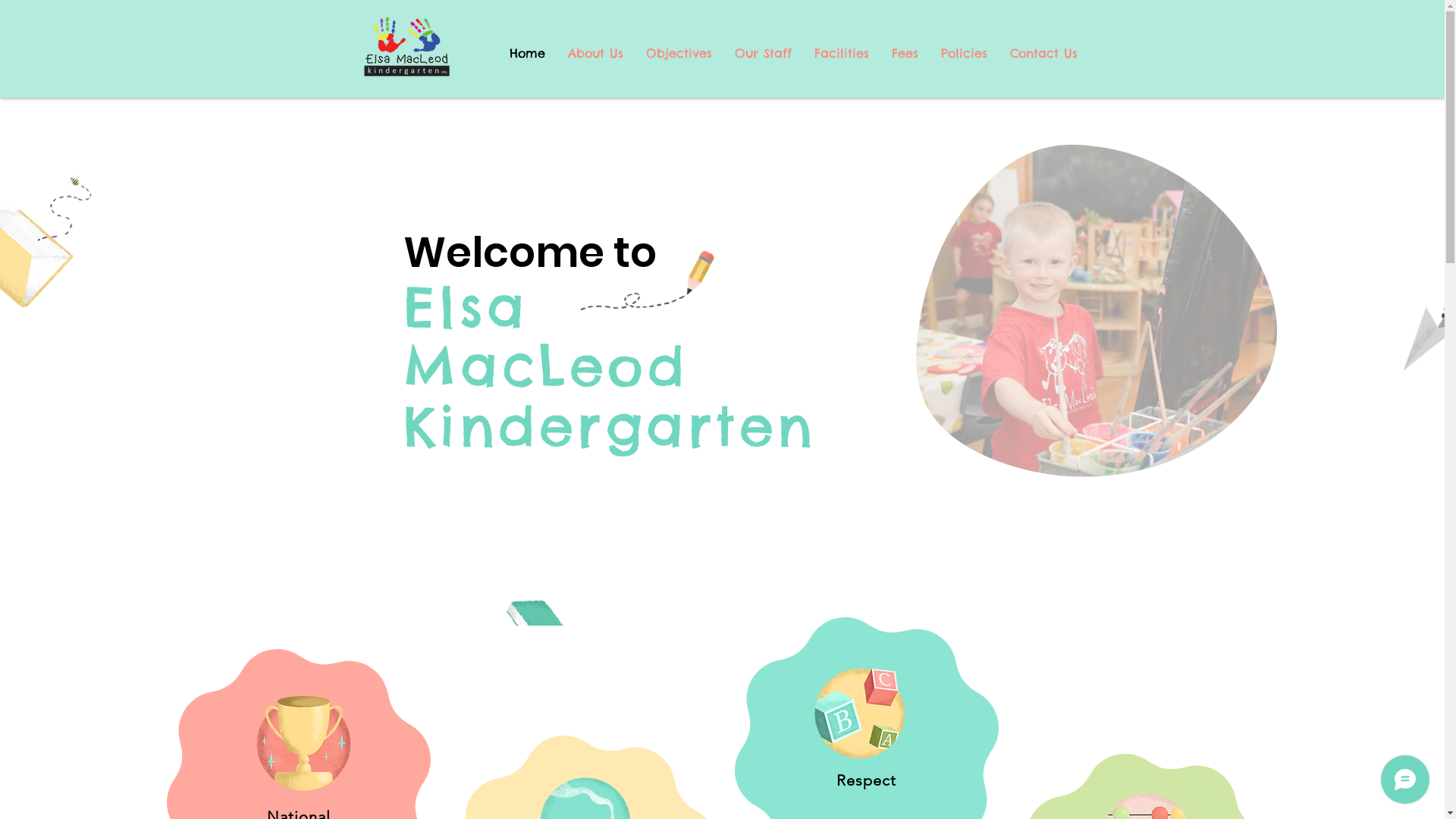 This screenshot has height=819, width=1456. Describe the element at coordinates (633, 52) in the screenshot. I see `'Objectives'` at that location.